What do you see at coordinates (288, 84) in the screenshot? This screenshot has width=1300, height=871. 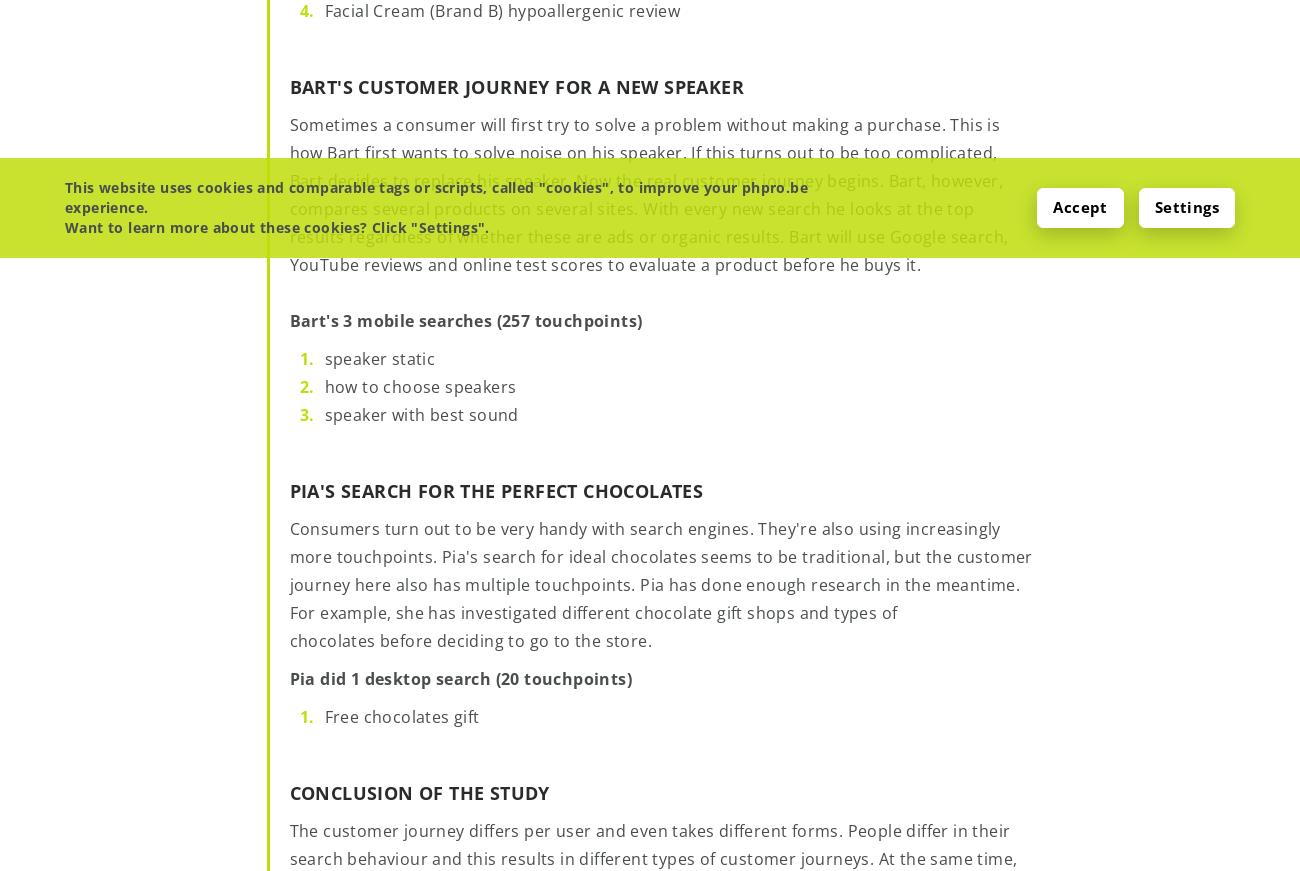 I see `'Bart's customer journey for a new speaker'` at bounding box center [288, 84].